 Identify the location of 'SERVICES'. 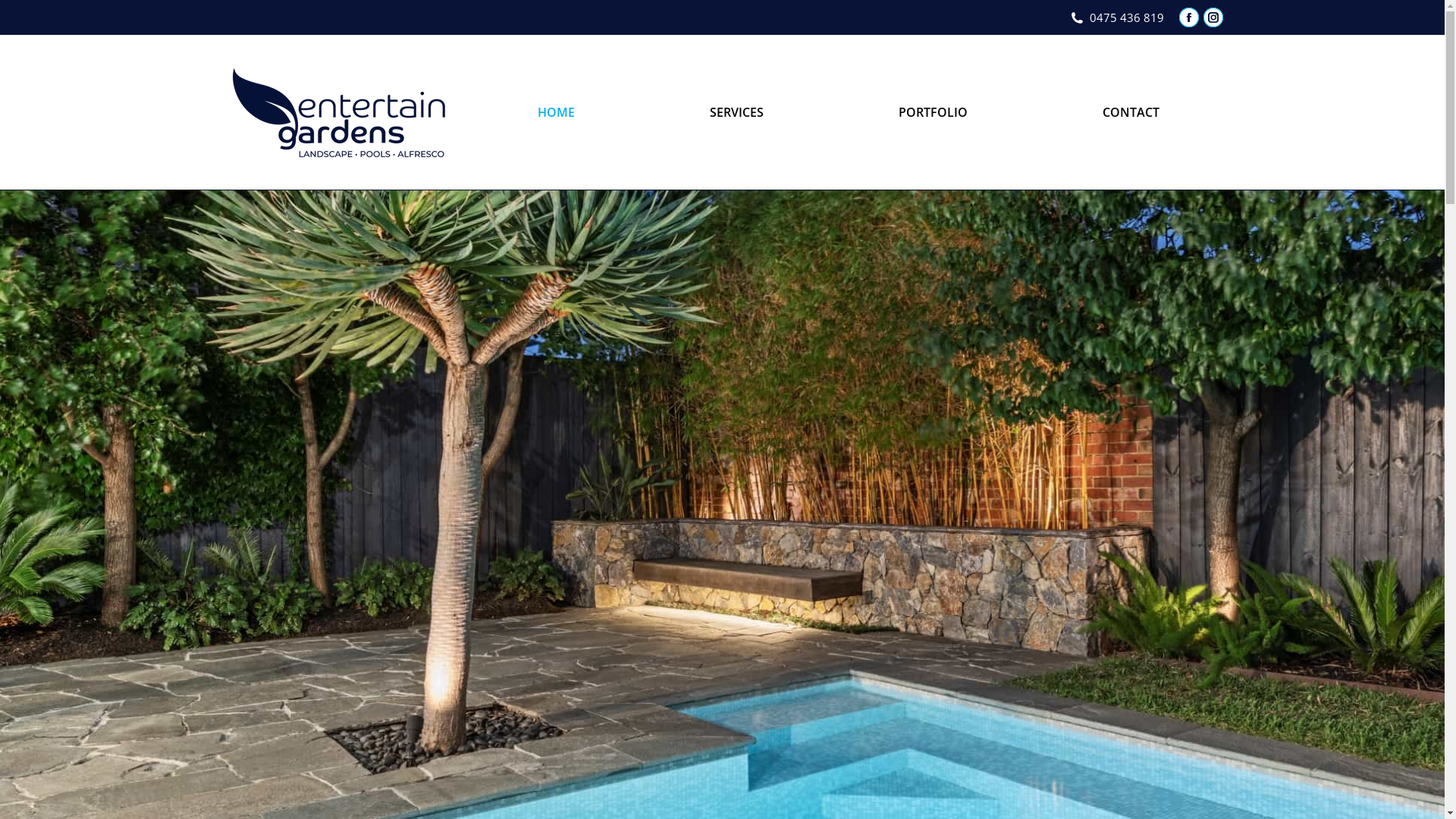
(736, 111).